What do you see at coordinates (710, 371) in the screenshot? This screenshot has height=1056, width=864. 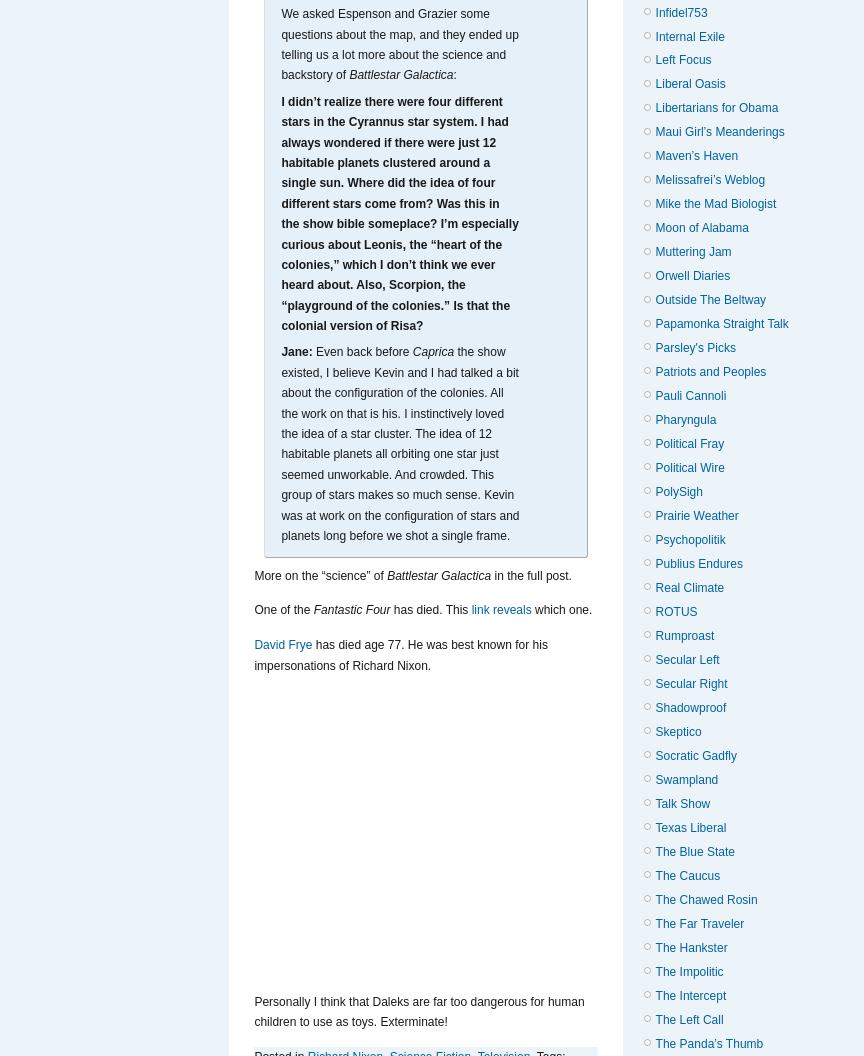 I see `'Patriots and Peoples'` at bounding box center [710, 371].